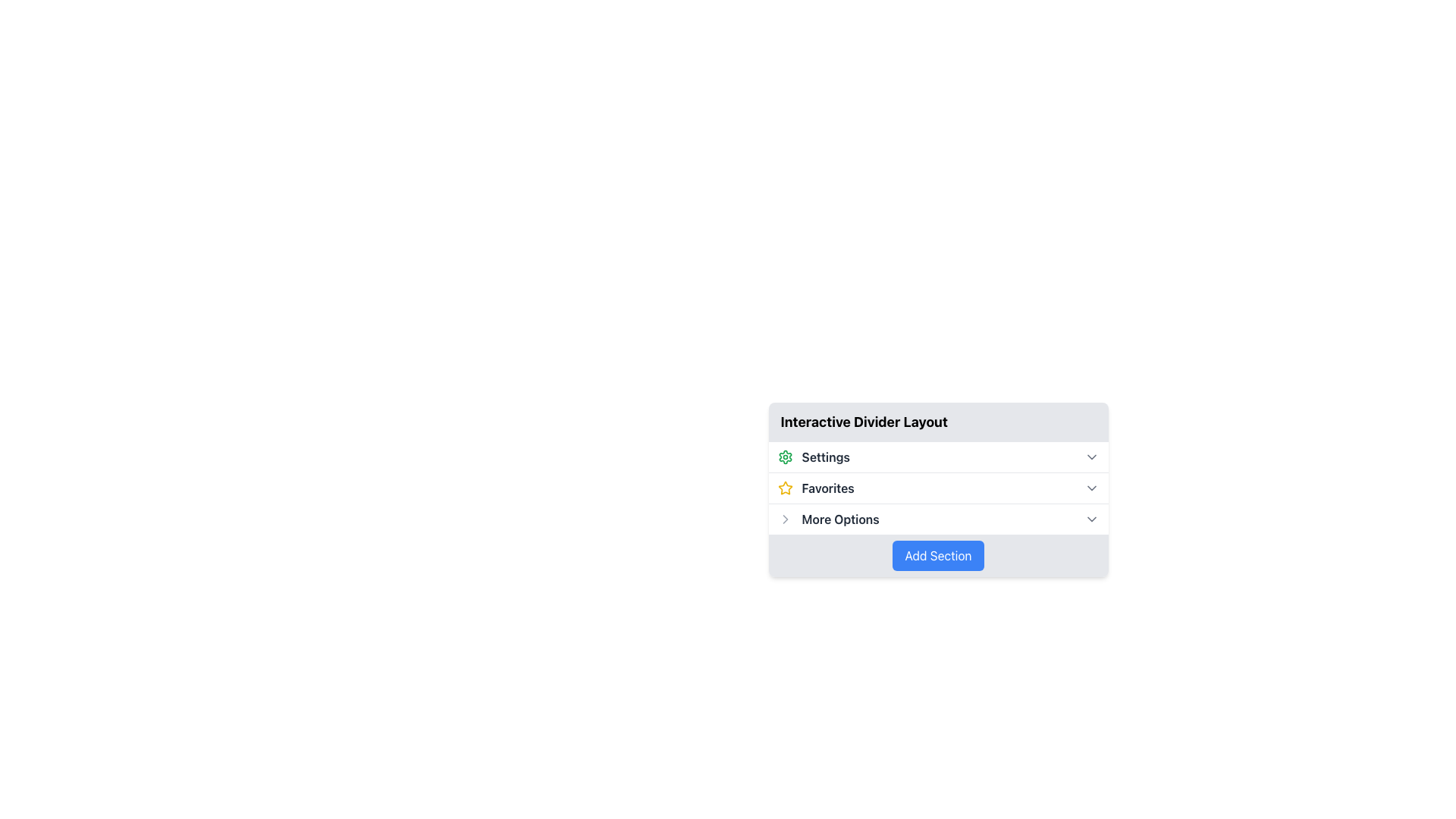 This screenshot has height=819, width=1456. Describe the element at coordinates (785, 488) in the screenshot. I see `the star-shaped icon representing the 'Favorites' feature, which has a distinctive yellow fill and smooth border, located to the left of the 'Favorites' label` at that location.